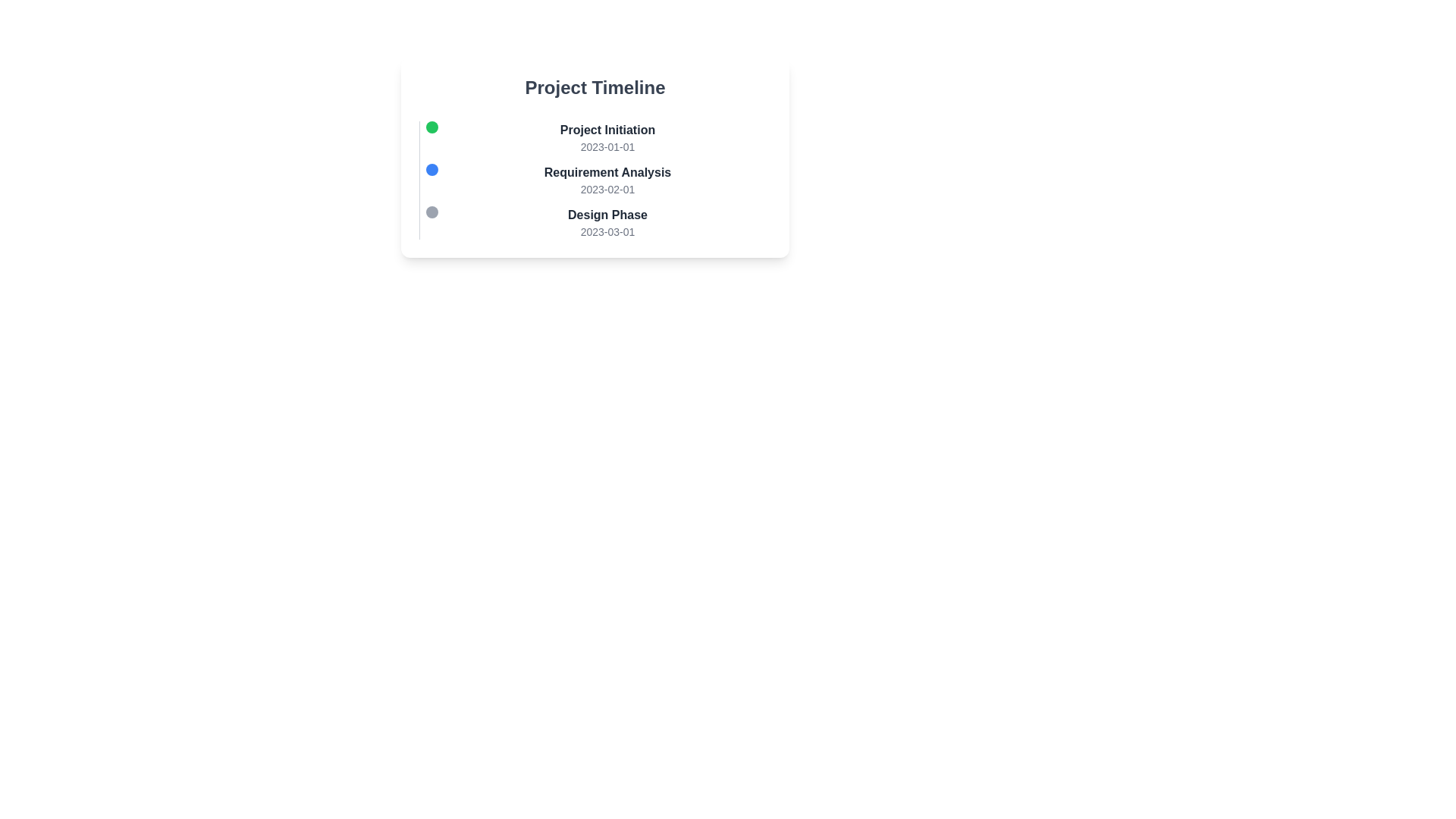 This screenshot has width=1456, height=819. What do you see at coordinates (601, 180) in the screenshot?
I see `the Timeline entry labeled 'Requirement Analysis' dated '2023-02-01', which is the second item in the vertical timeline structure` at bounding box center [601, 180].